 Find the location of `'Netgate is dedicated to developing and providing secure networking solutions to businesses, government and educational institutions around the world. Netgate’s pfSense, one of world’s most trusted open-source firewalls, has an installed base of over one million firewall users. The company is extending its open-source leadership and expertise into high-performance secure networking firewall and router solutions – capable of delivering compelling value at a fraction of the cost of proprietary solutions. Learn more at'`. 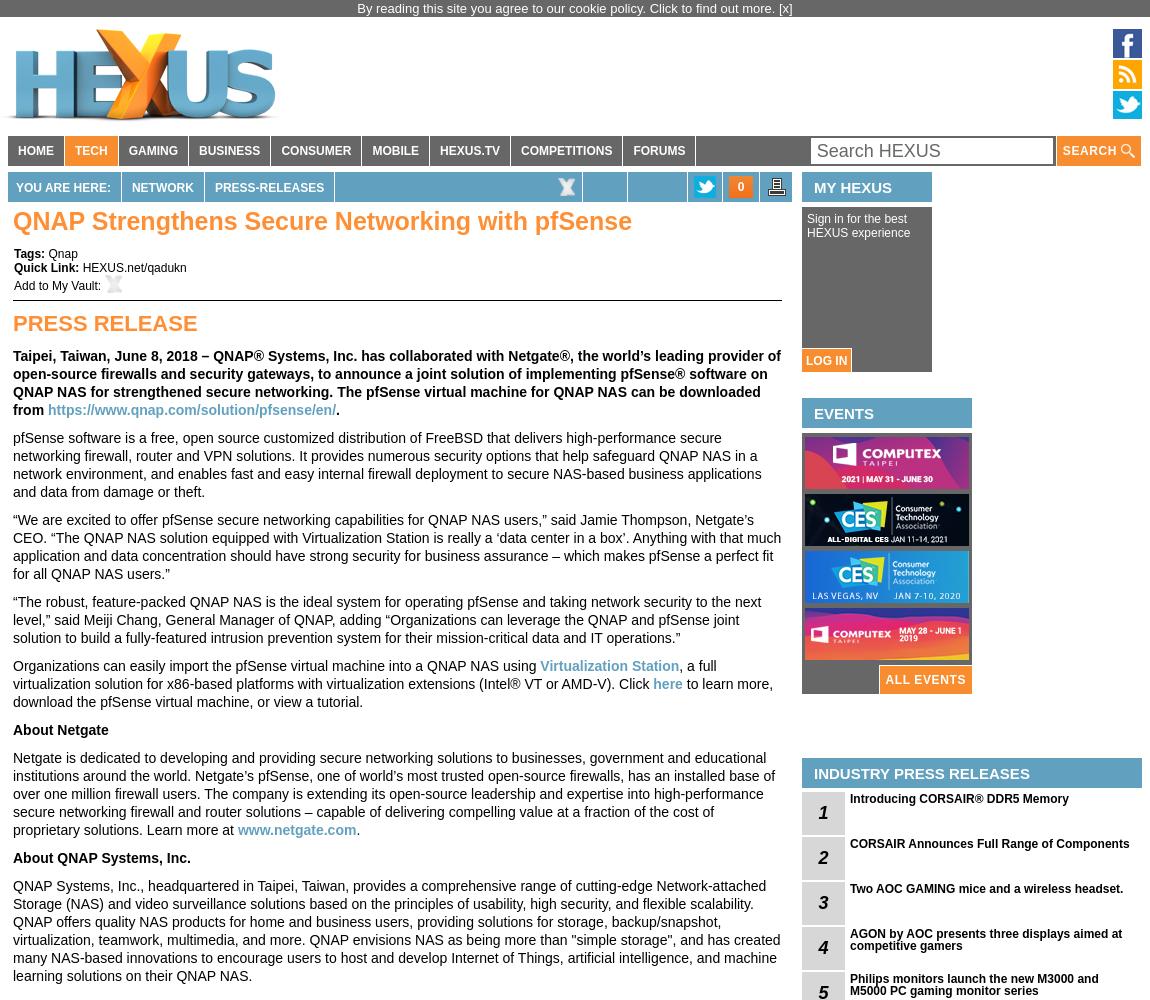

'Netgate is dedicated to developing and providing secure networking solutions to businesses, government and educational institutions around the world. Netgate’s pfSense, one of world’s most trusted open-source firewalls, has an installed base of over one million firewall users. The company is extending its open-source leadership and expertise into high-performance secure networking firewall and router solutions – capable of delivering compelling value at a fraction of the cost of proprietary solutions. Learn more at' is located at coordinates (393, 794).